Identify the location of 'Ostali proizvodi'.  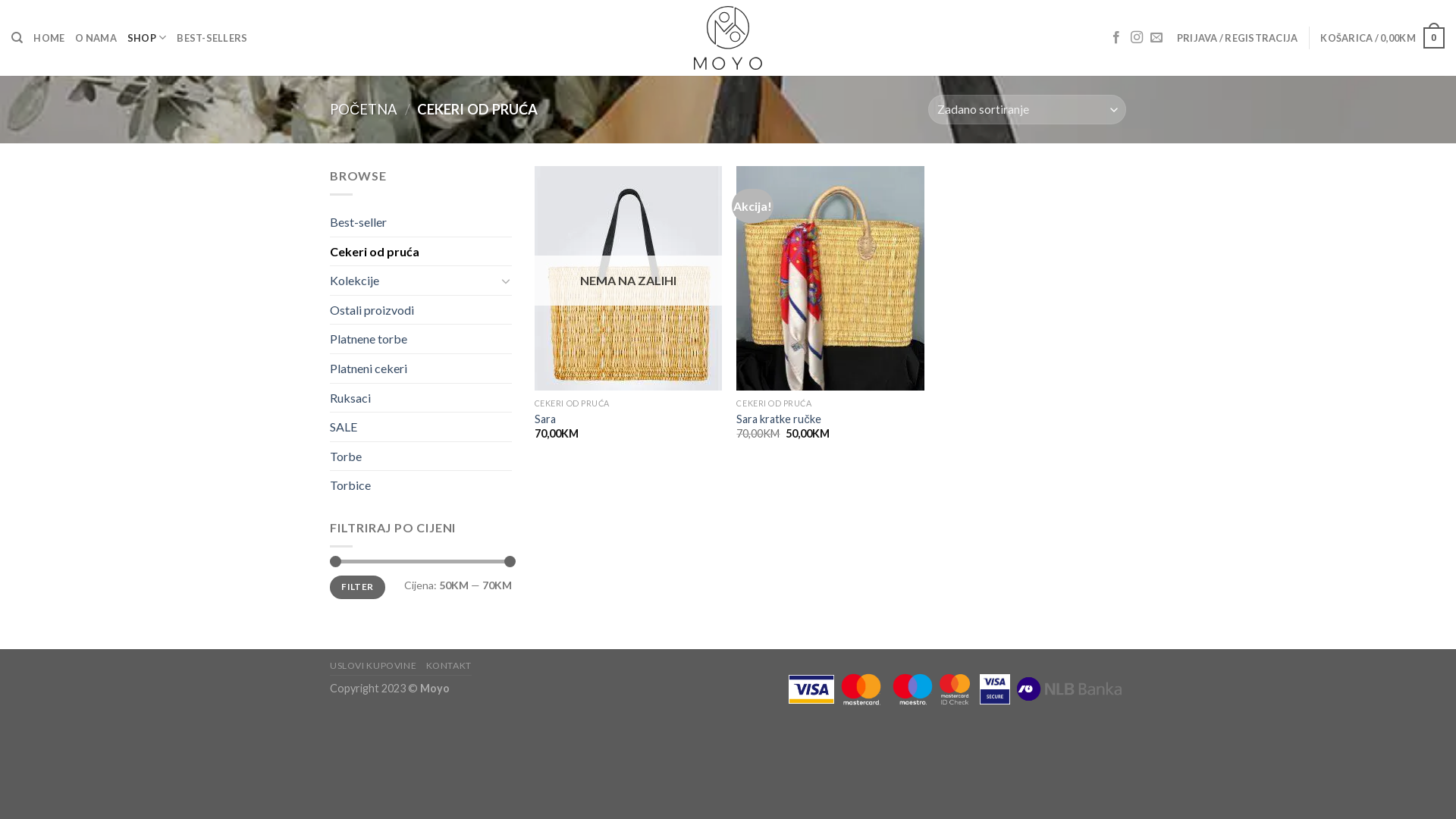
(421, 309).